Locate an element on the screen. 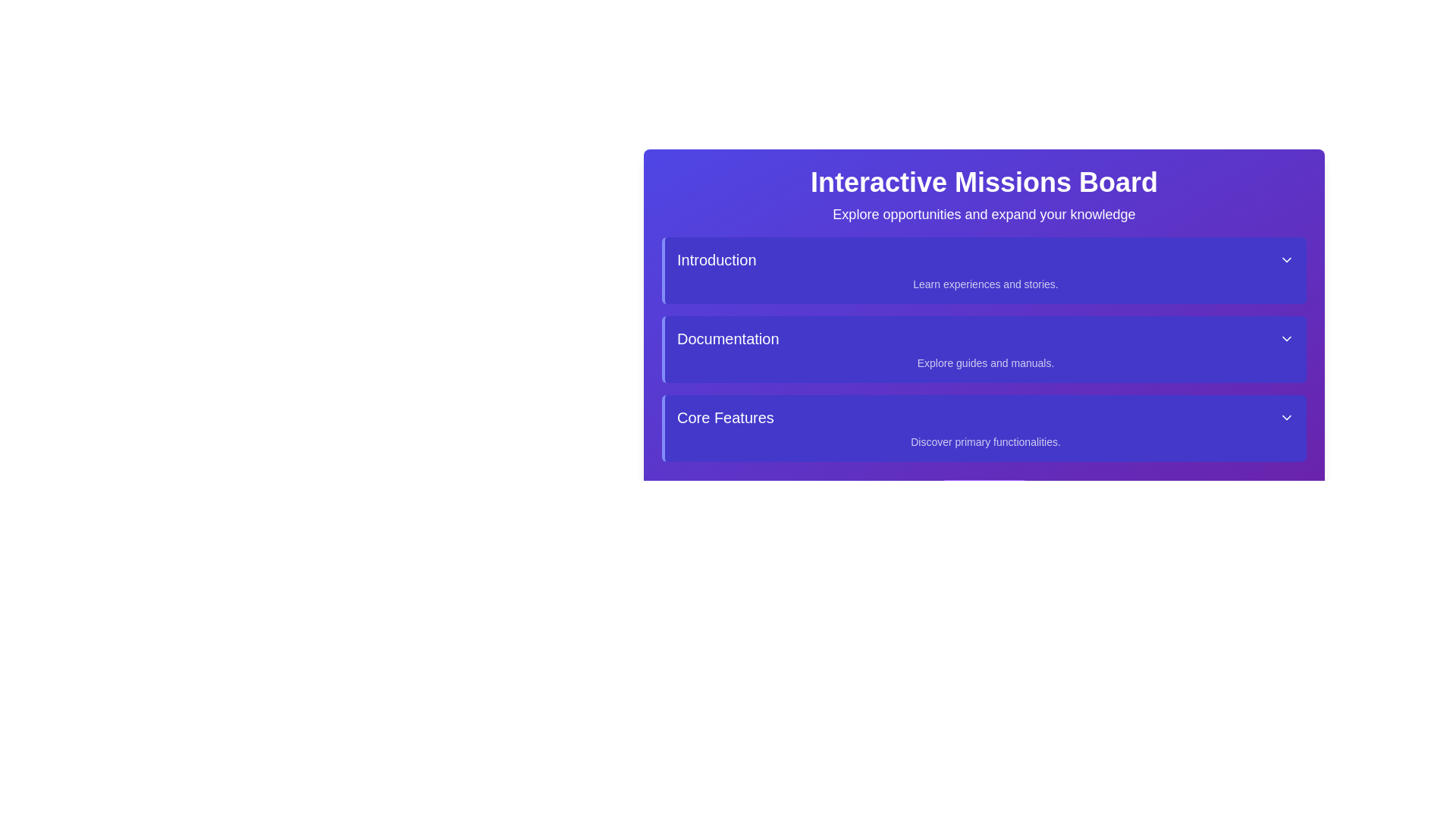 The height and width of the screenshot is (819, 1456). the downward pointing arrow icon (toggle control) located at the far-right of the 'Core Features' section is located at coordinates (1286, 418).